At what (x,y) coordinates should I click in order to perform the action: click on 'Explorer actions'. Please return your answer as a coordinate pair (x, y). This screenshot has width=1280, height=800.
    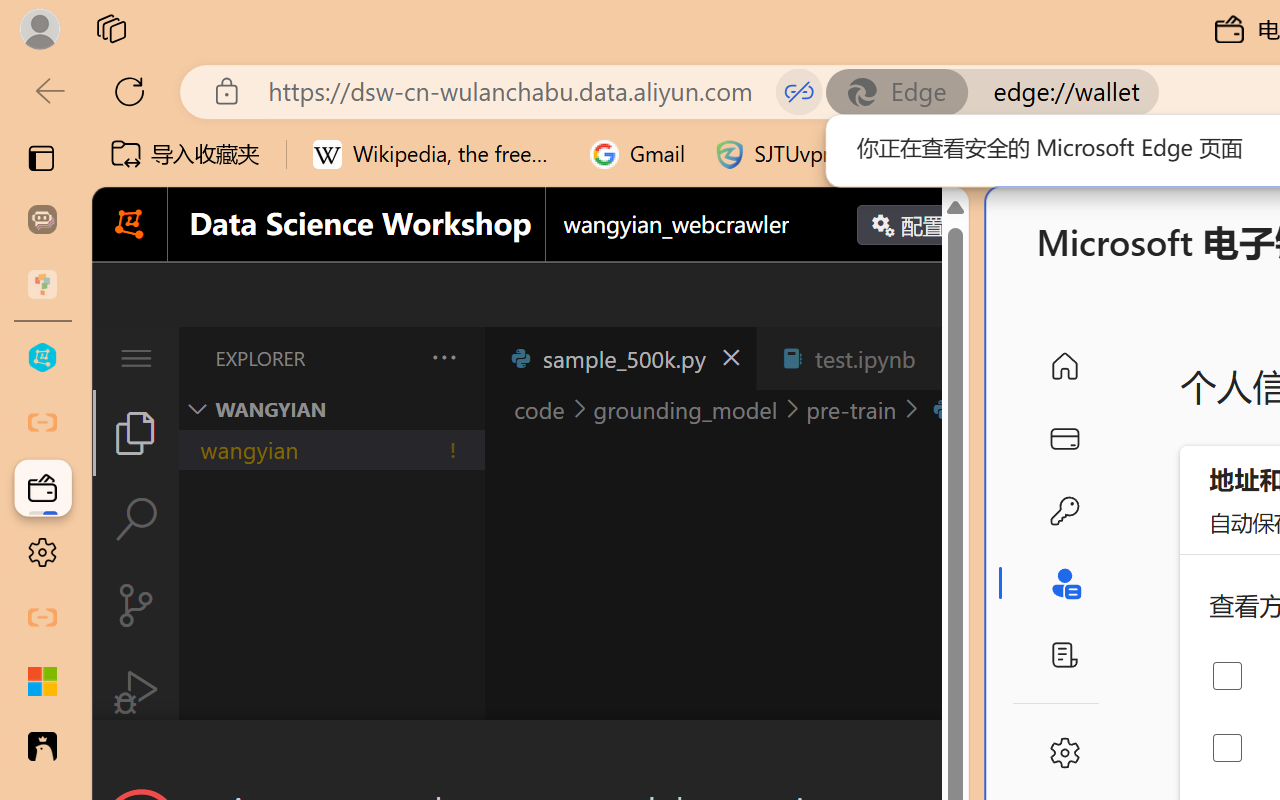
    Looking at the image, I should click on (391, 358).